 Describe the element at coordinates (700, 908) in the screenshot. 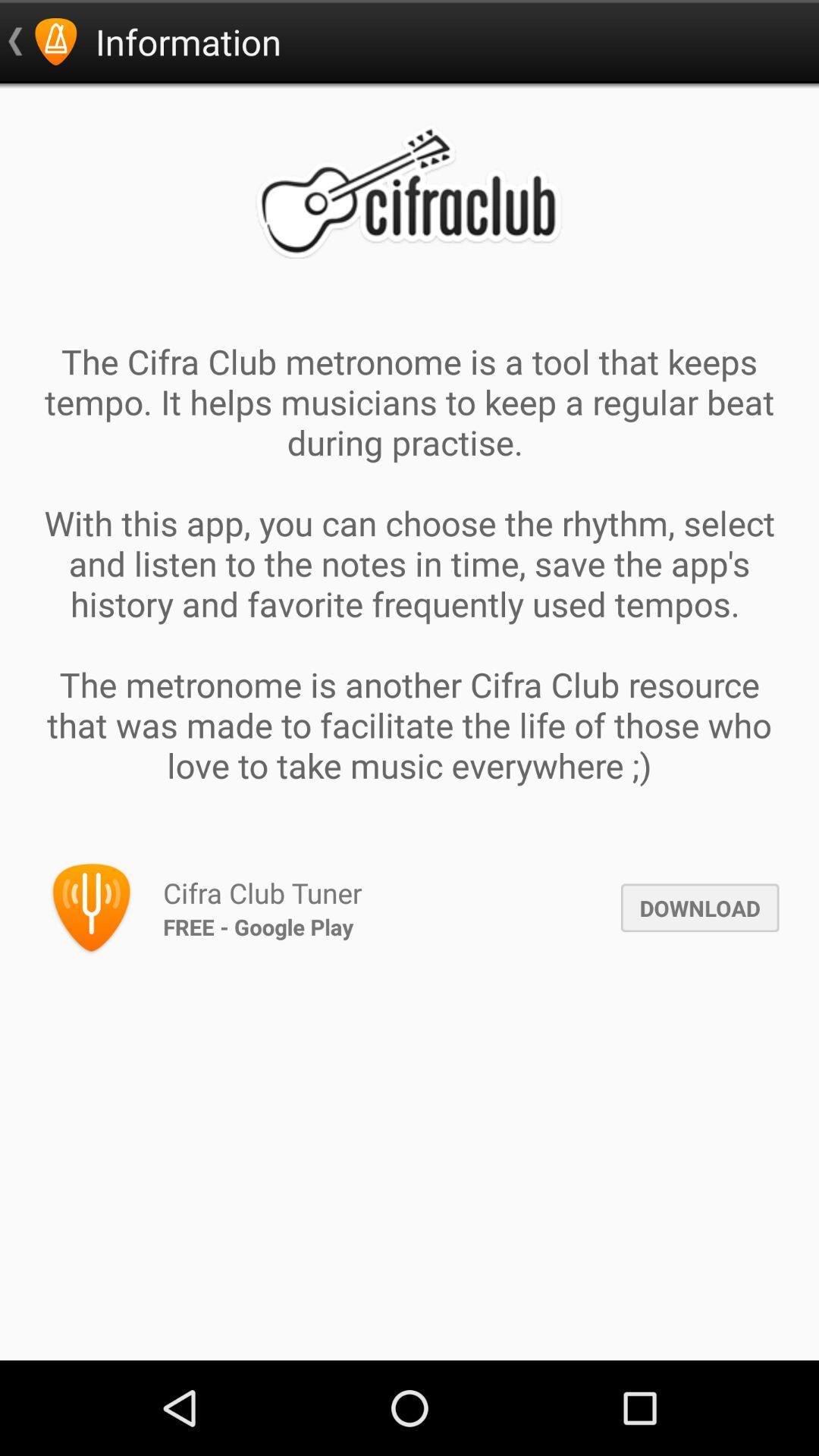

I see `item to the right of the cifra club tuner item` at that location.